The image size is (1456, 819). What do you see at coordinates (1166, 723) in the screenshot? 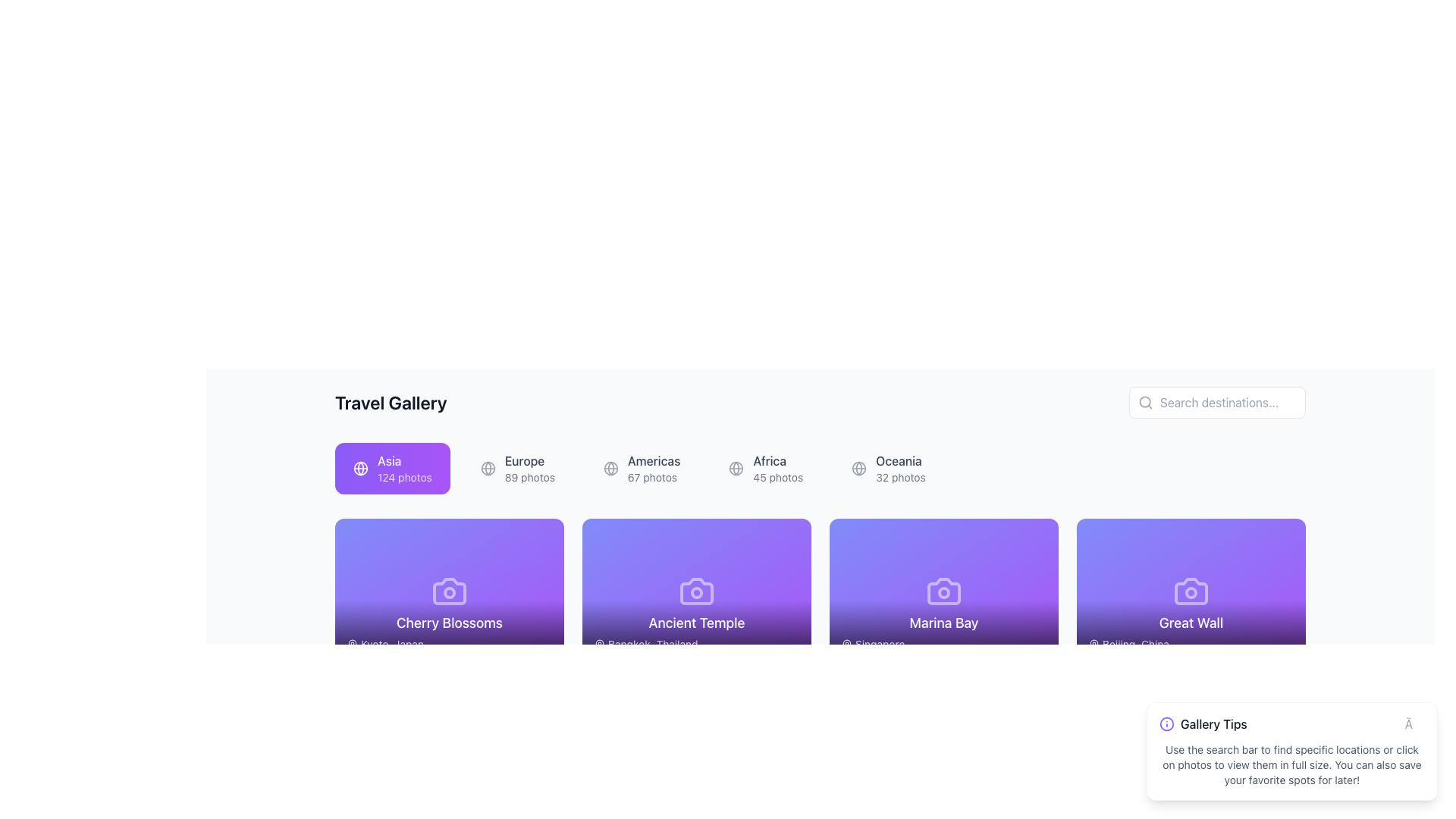
I see `the circle element inside the 'Gallery Tips' notification box, which serves as a visual cue for information` at bounding box center [1166, 723].